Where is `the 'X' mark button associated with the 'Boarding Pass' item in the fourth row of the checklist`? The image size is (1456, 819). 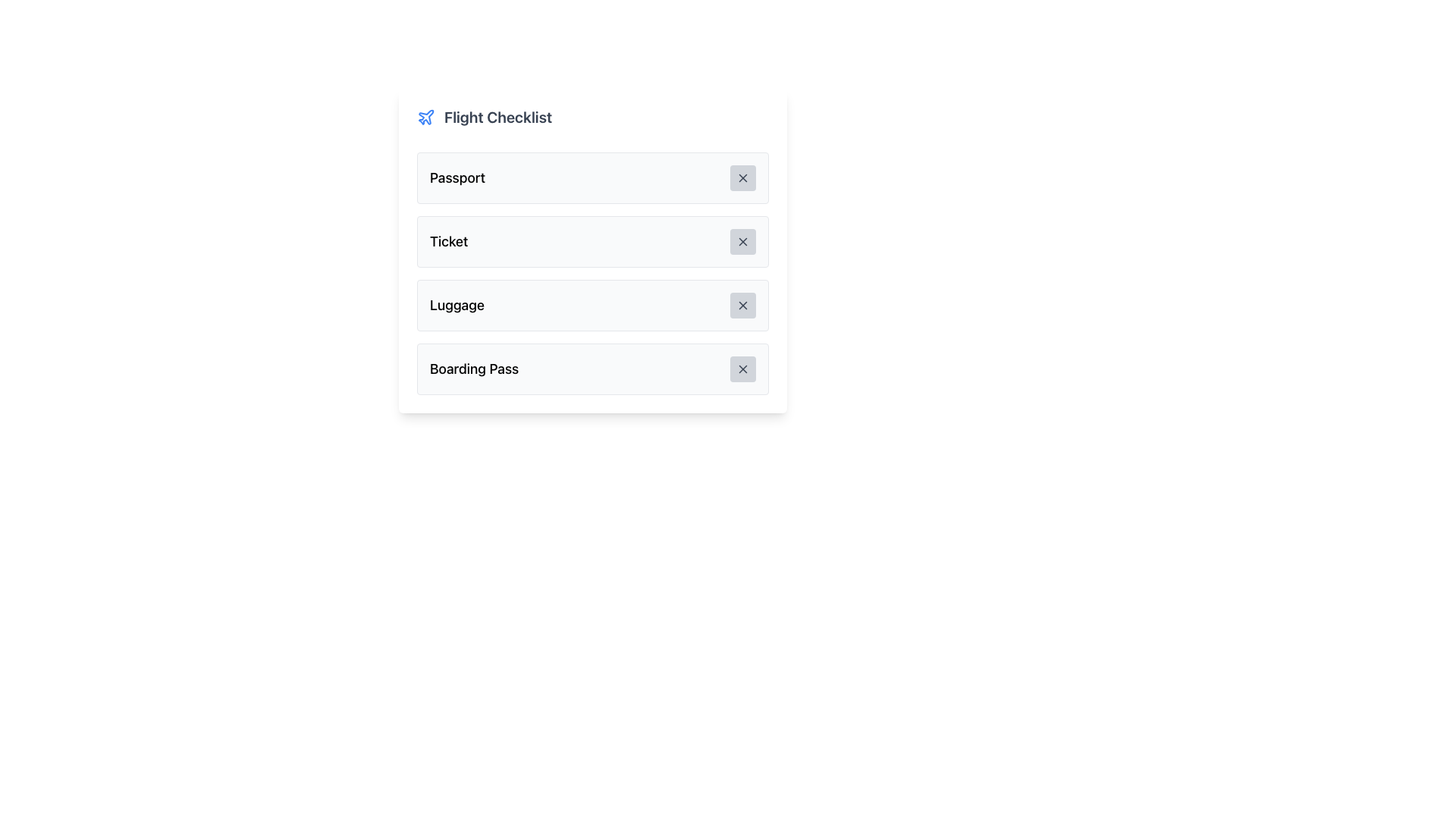 the 'X' mark button associated with the 'Boarding Pass' item in the fourth row of the checklist is located at coordinates (742, 369).